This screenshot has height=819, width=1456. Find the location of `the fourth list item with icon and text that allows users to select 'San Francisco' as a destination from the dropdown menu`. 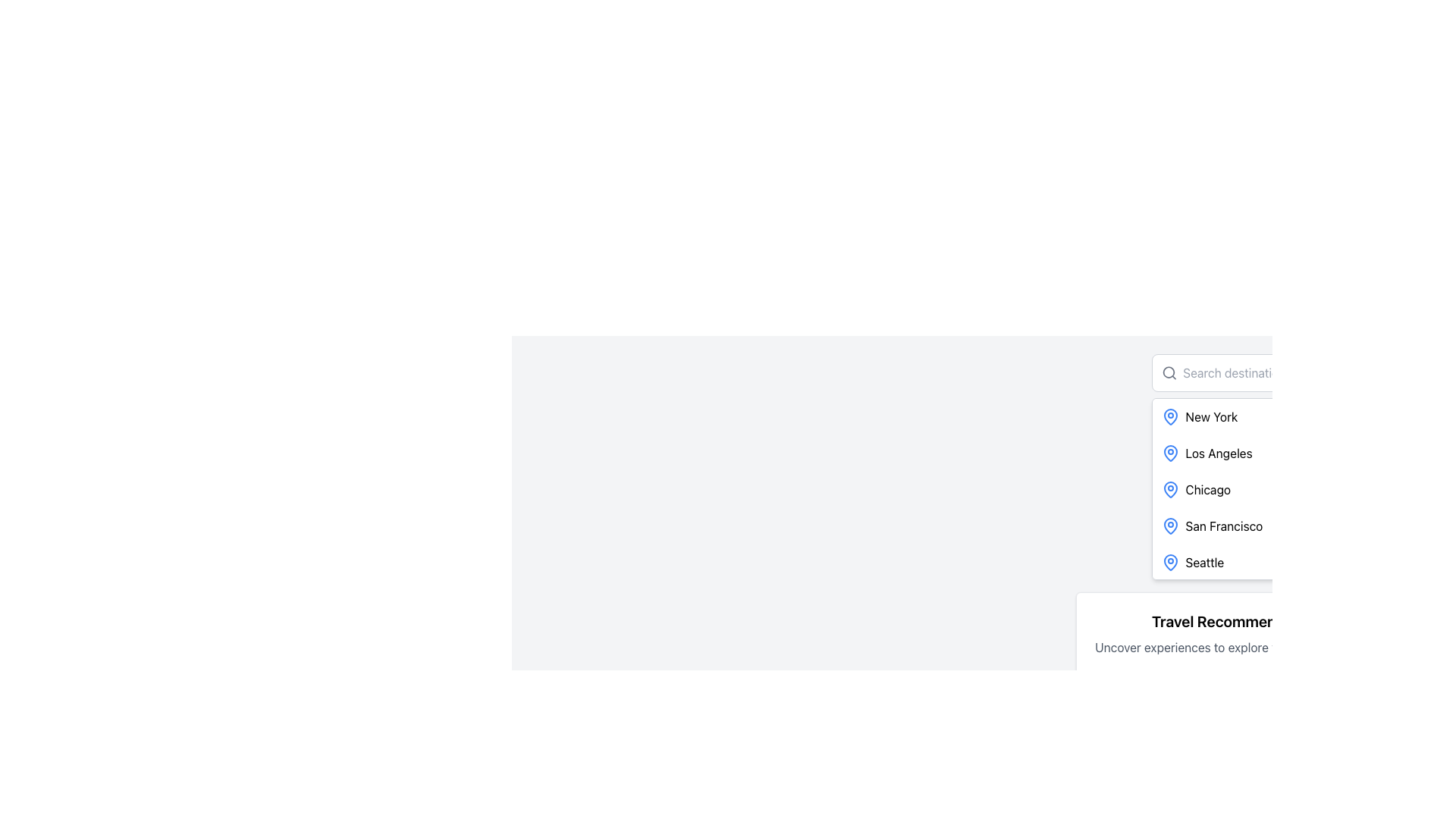

the fourth list item with icon and text that allows users to select 'San Francisco' as a destination from the dropdown menu is located at coordinates (1240, 526).